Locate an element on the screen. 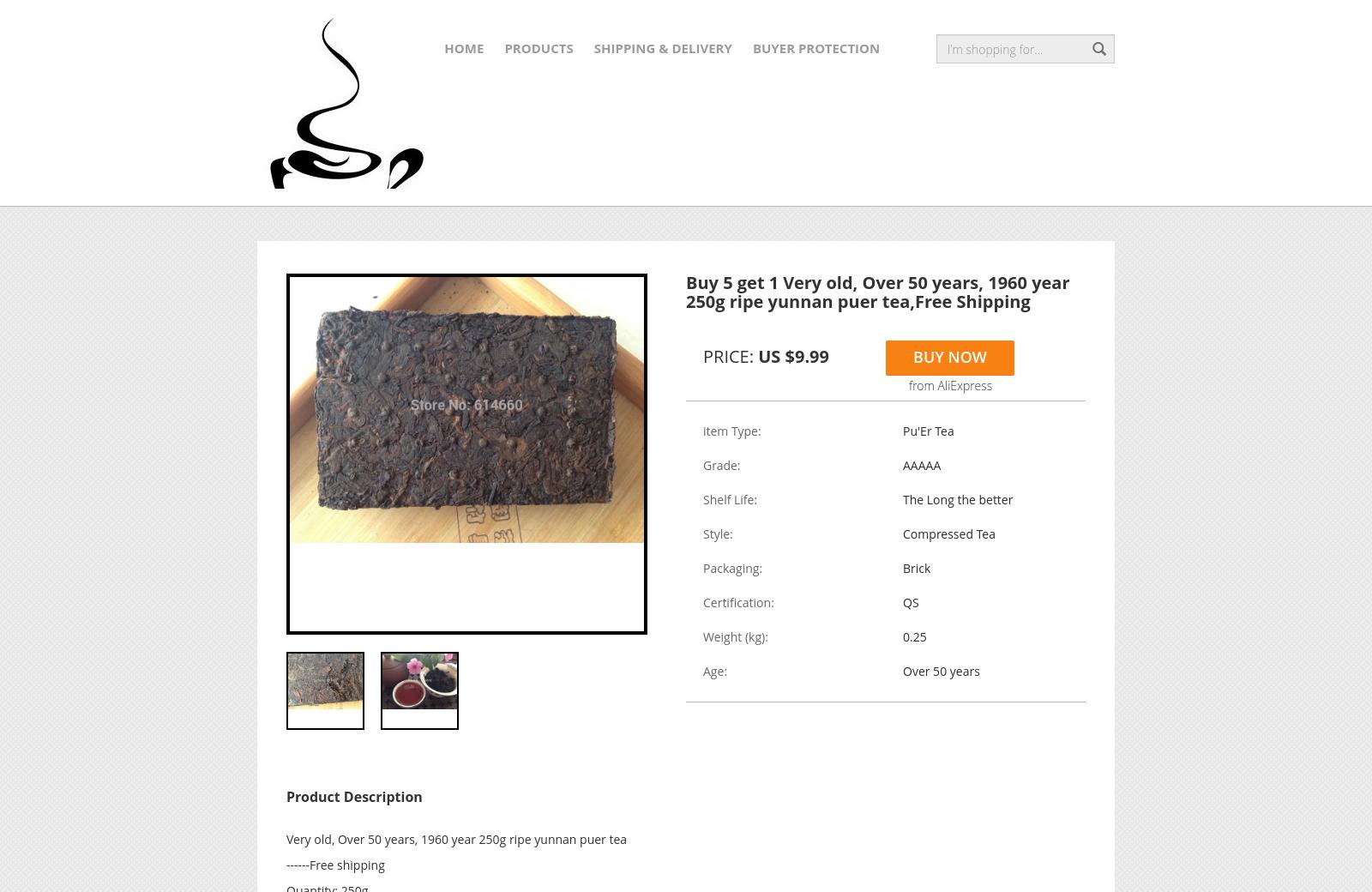 The image size is (1372, 892). 'Buy 5 get 1 Very old, Over 50 years, 1960 year 250g ripe yunnan puer tea,Free Shipping' is located at coordinates (877, 291).